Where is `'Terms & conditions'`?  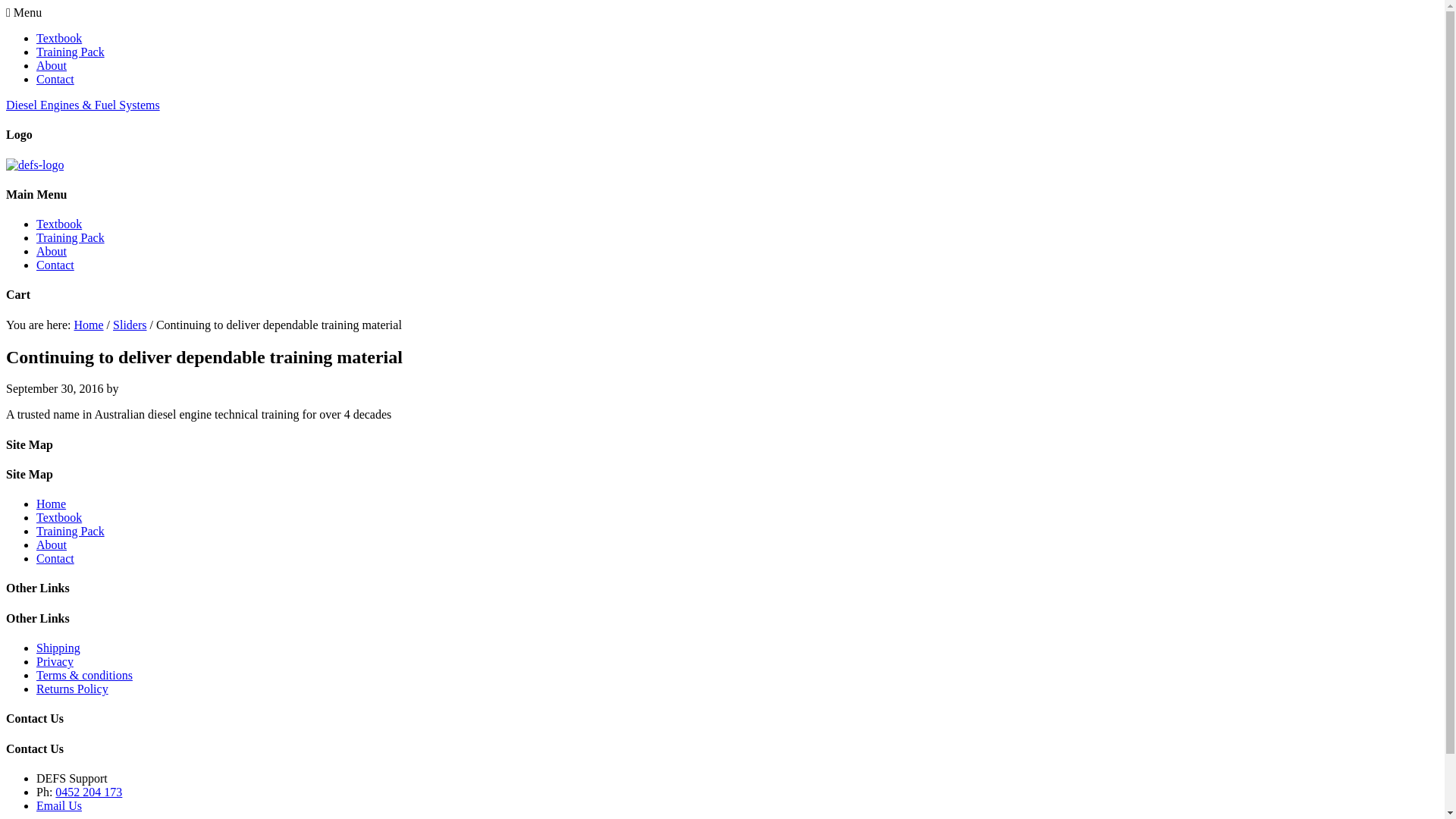
'Terms & conditions' is located at coordinates (36, 674).